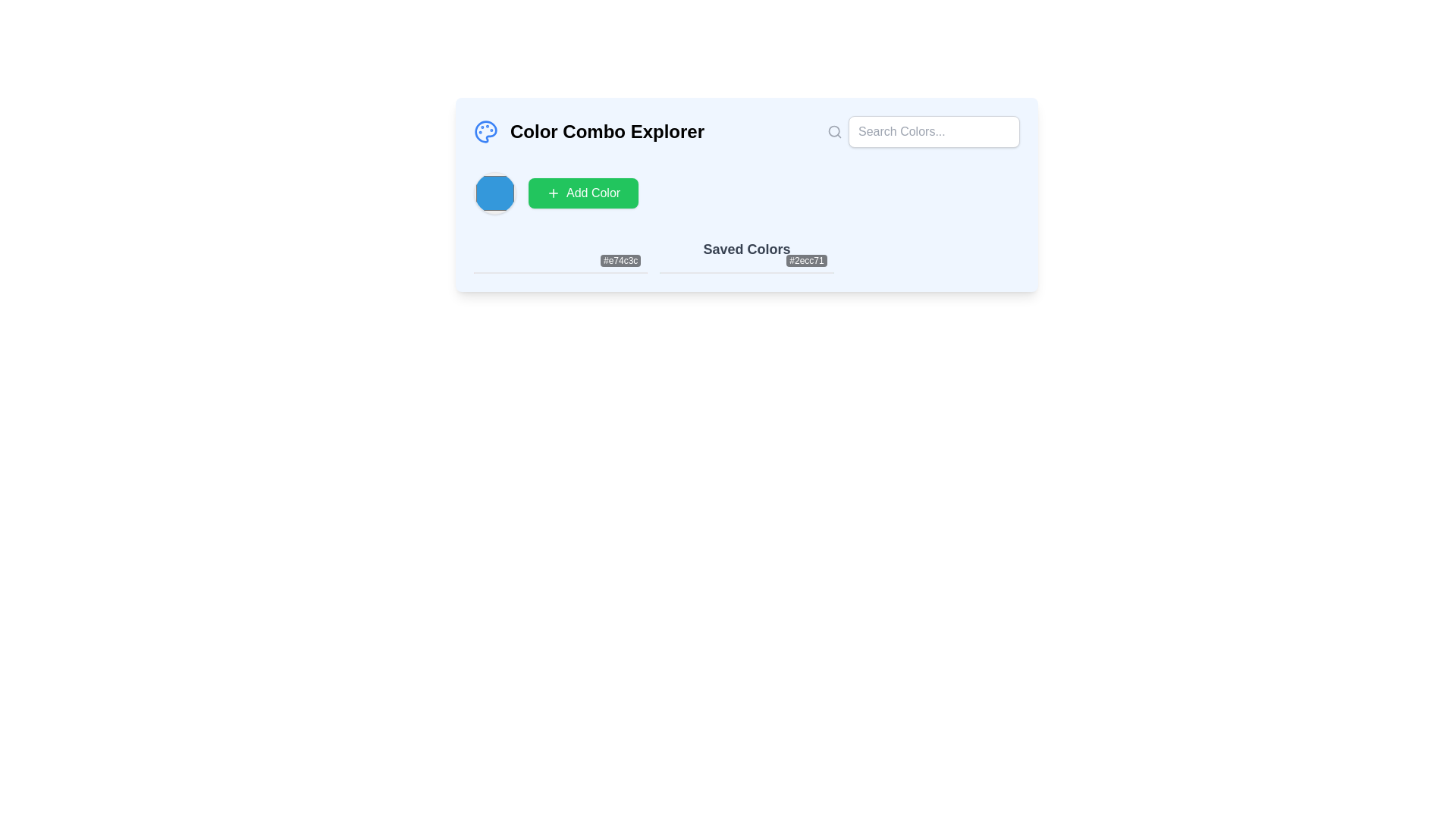  I want to click on the central circular component of the blue painter's palette icon located next to 'Color Combo Explorer', so click(485, 130).